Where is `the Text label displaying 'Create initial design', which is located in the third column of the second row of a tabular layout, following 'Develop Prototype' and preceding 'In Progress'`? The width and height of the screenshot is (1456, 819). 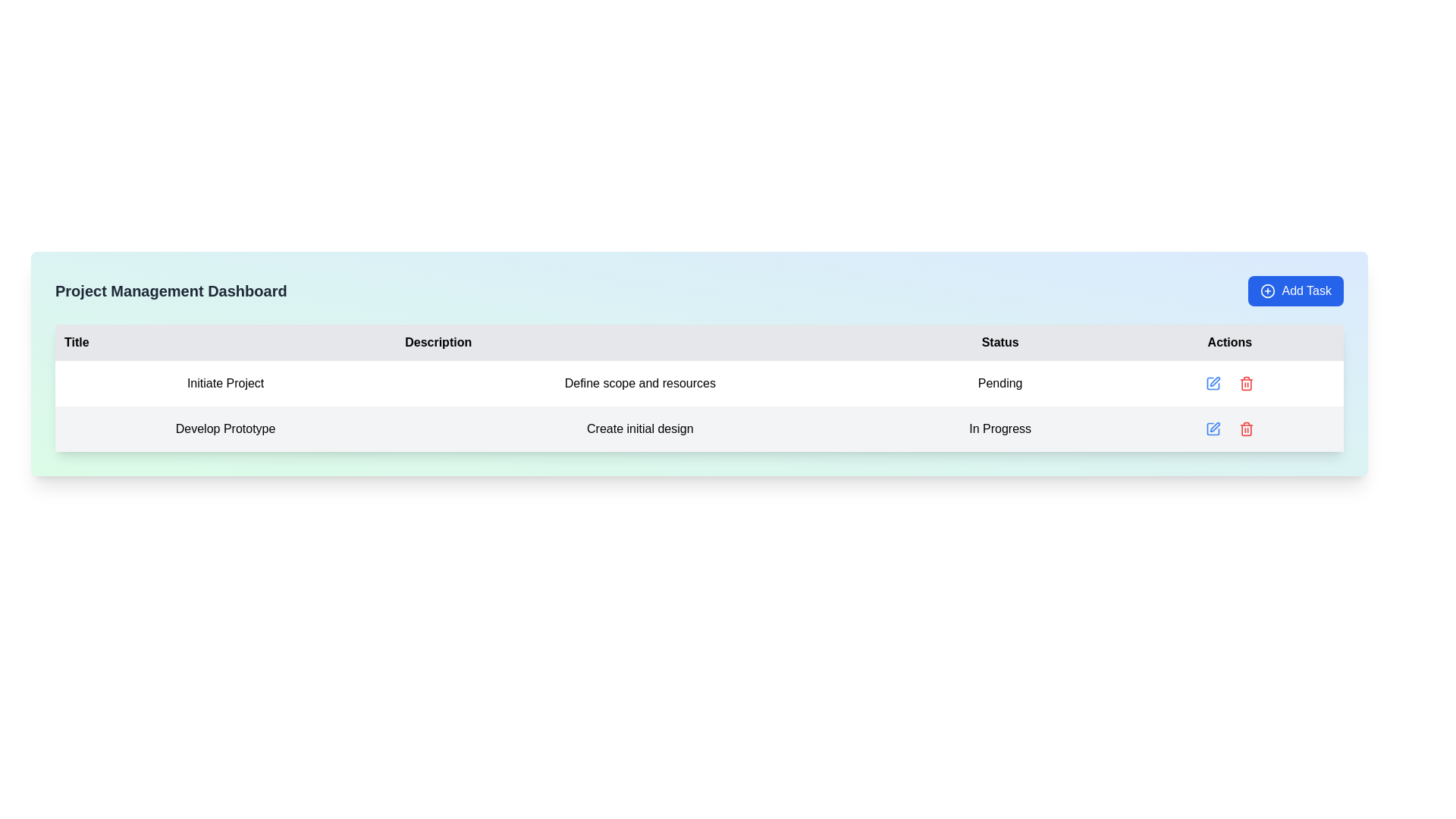 the Text label displaying 'Create initial design', which is located in the third column of the second row of a tabular layout, following 'Develop Prototype' and preceding 'In Progress' is located at coordinates (640, 429).